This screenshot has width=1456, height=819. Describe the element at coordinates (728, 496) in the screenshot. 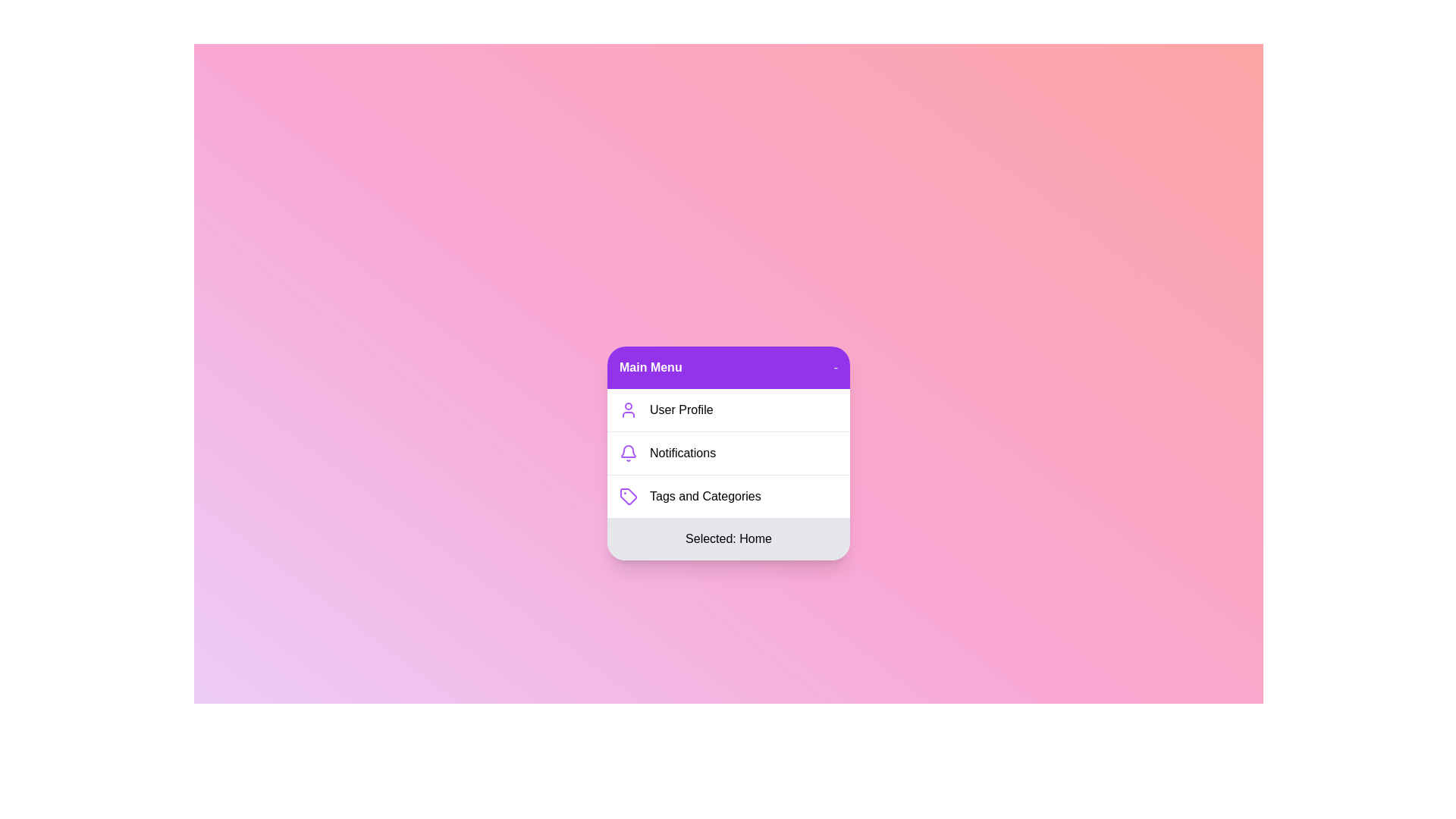

I see `the menu item Tags and Categories from the list` at that location.